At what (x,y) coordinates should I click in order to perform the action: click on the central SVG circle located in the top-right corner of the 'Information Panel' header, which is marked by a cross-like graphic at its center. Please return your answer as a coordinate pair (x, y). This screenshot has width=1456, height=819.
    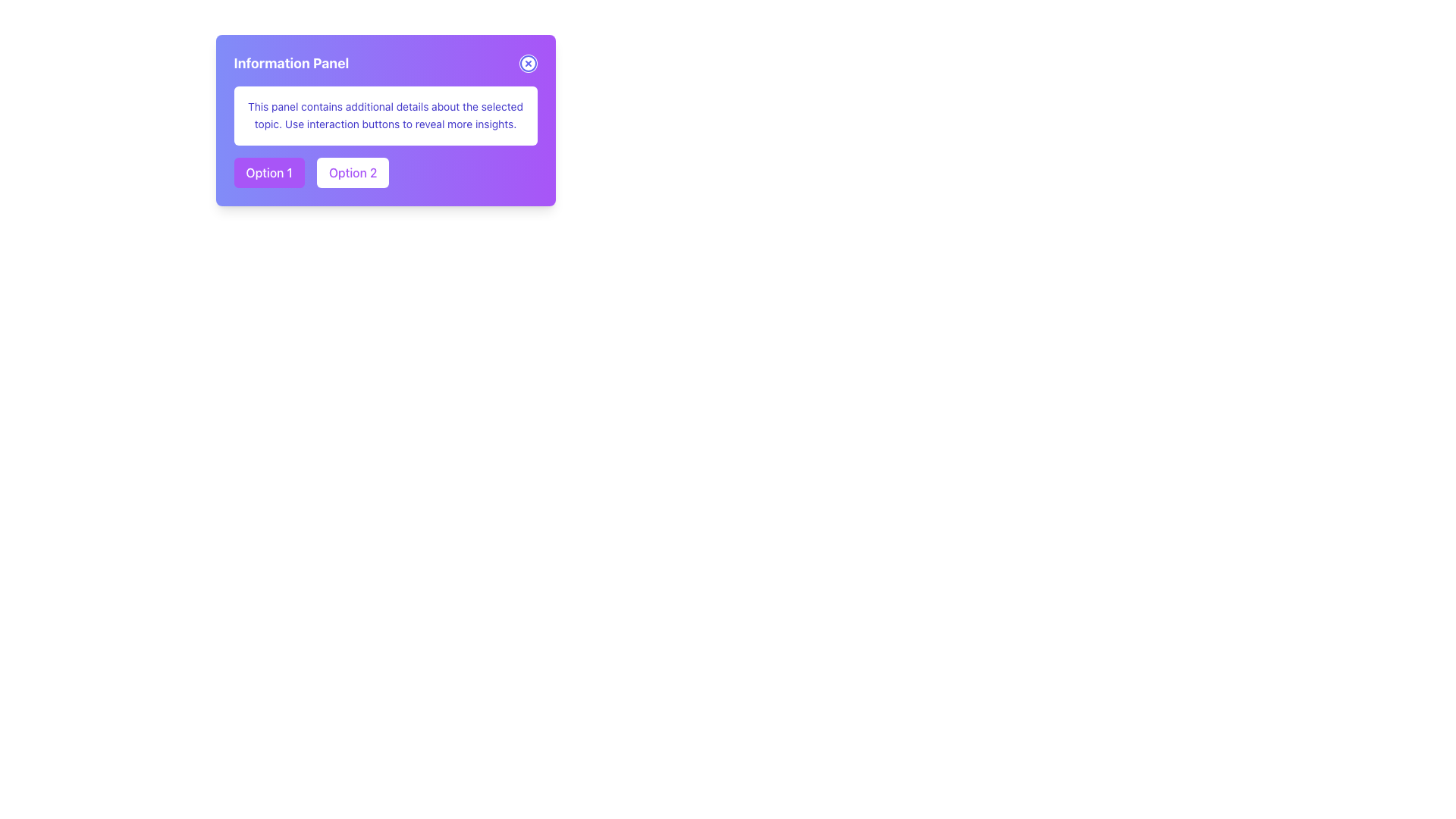
    Looking at the image, I should click on (528, 63).